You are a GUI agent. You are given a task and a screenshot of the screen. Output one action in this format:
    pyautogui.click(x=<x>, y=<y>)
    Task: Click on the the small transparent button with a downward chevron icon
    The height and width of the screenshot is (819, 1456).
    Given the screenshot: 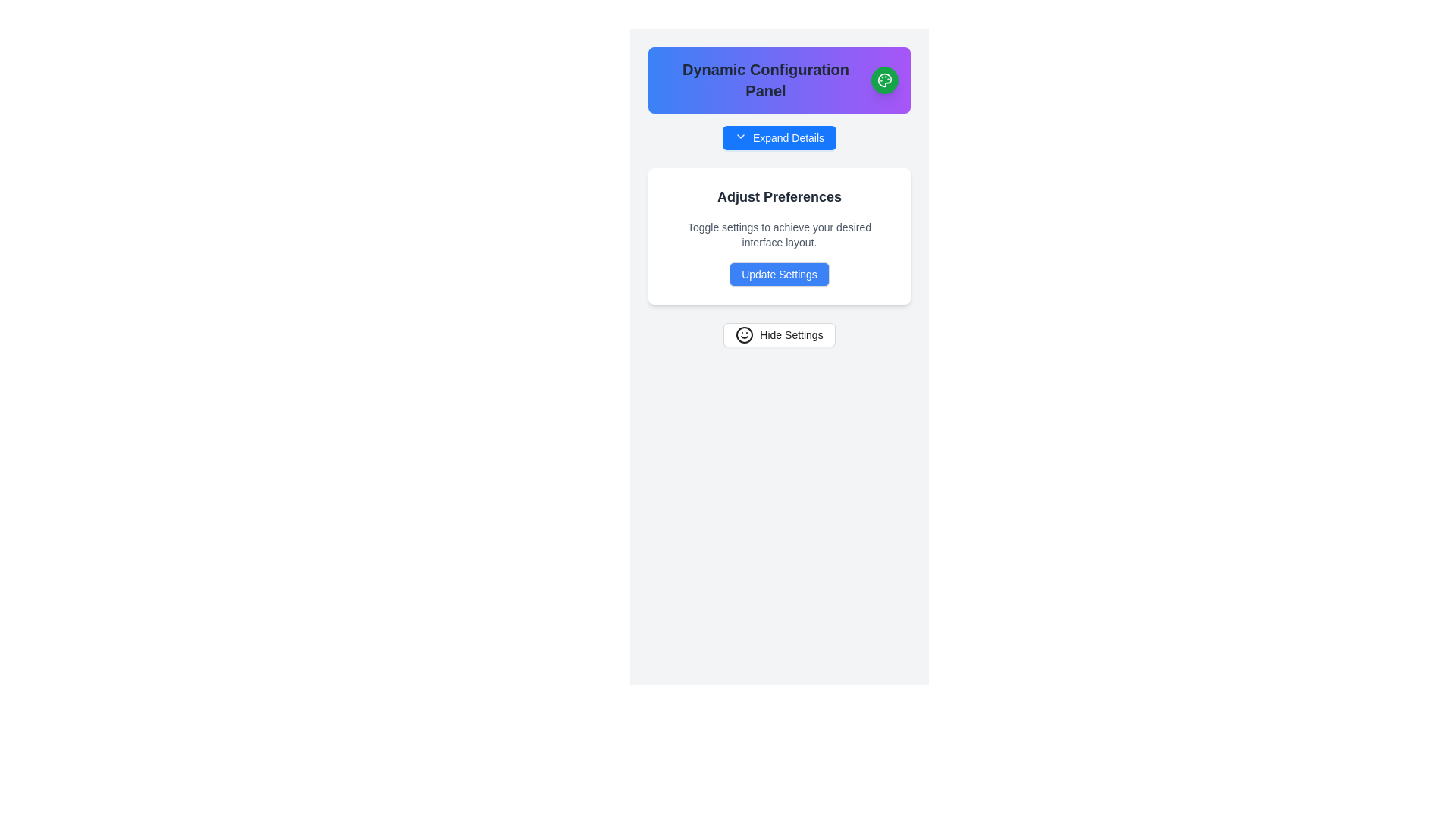 What is the action you would take?
    pyautogui.click(x=740, y=137)
    